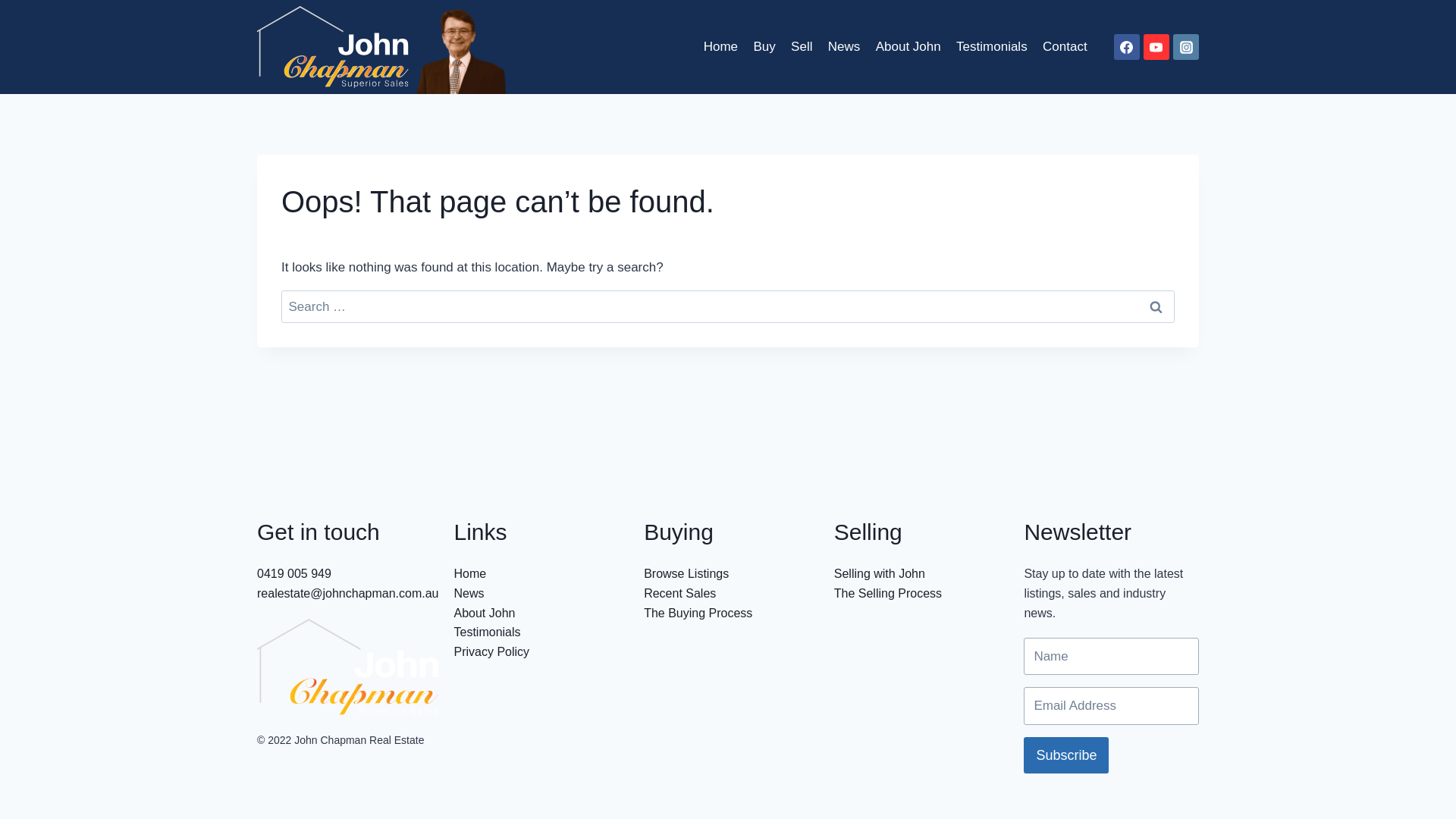  Describe the element at coordinates (294, 573) in the screenshot. I see `'0419 005 949'` at that location.